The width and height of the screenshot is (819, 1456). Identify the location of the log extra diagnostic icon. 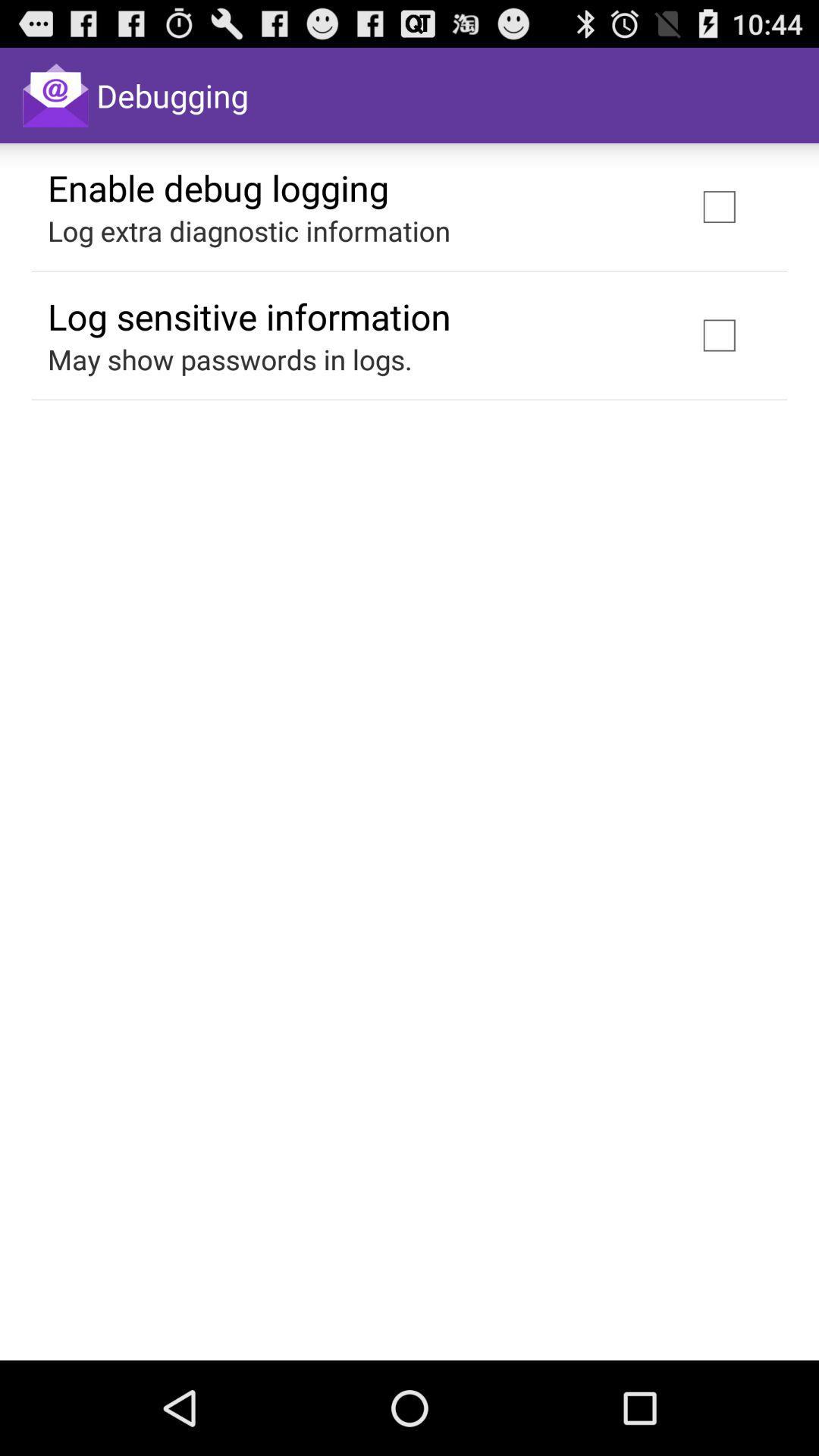
(248, 230).